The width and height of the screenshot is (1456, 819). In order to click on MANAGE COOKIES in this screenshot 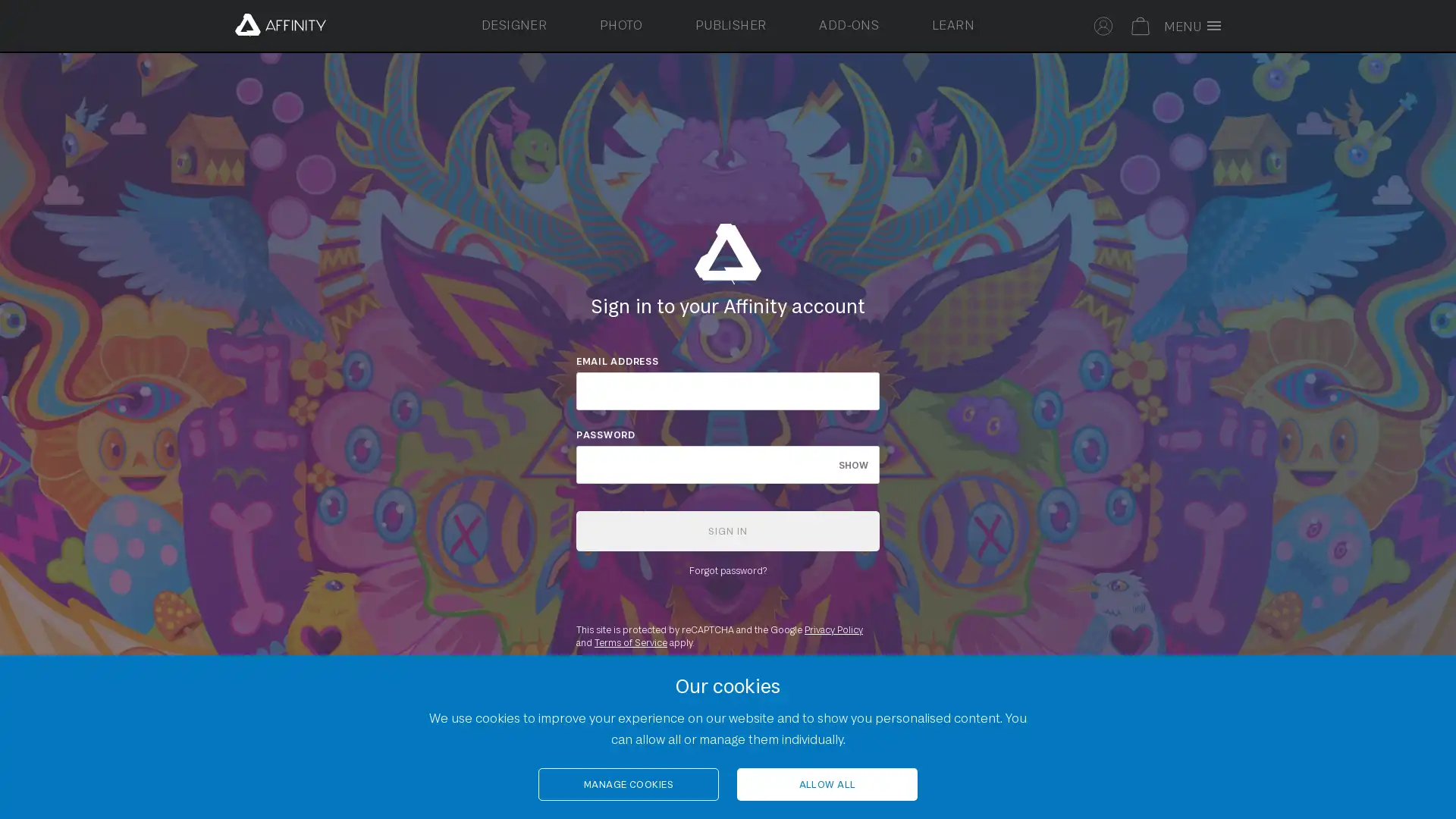, I will do `click(629, 784)`.